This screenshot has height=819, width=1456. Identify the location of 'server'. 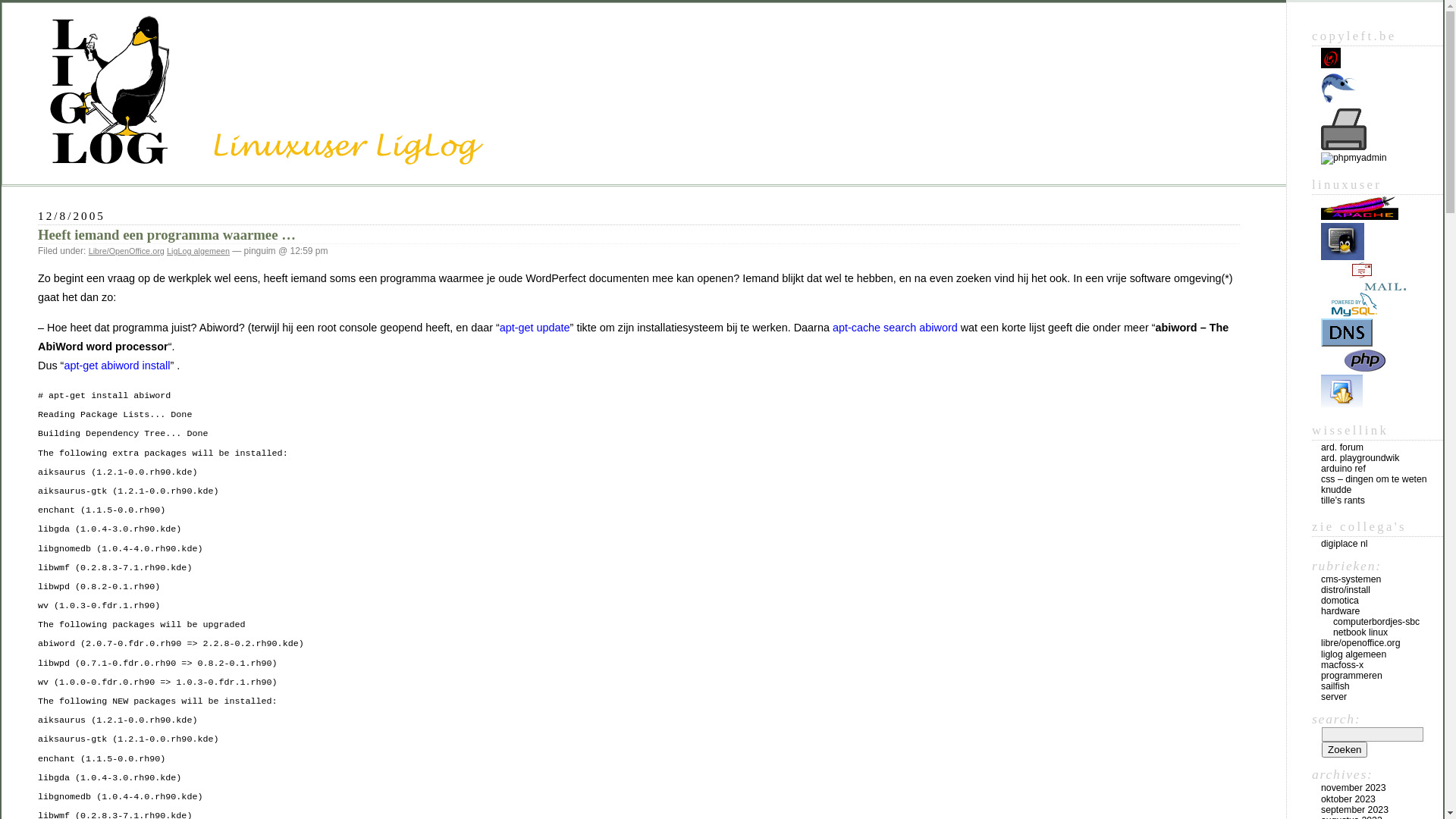
(1332, 696).